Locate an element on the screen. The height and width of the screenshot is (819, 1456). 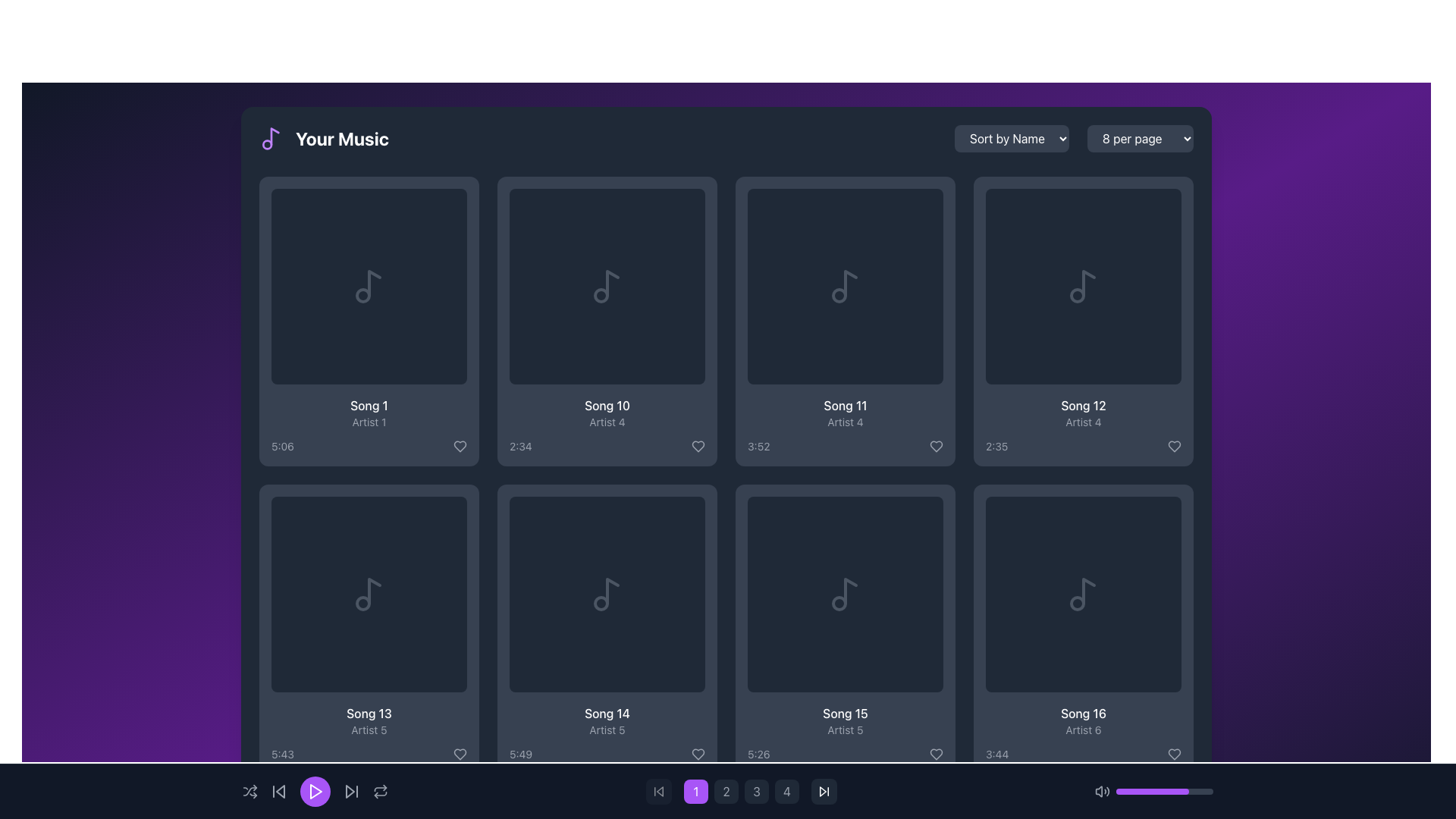
the small circular graphical element located at the bottom-right corner of the music note icon within the 'Song 15' card is located at coordinates (839, 602).